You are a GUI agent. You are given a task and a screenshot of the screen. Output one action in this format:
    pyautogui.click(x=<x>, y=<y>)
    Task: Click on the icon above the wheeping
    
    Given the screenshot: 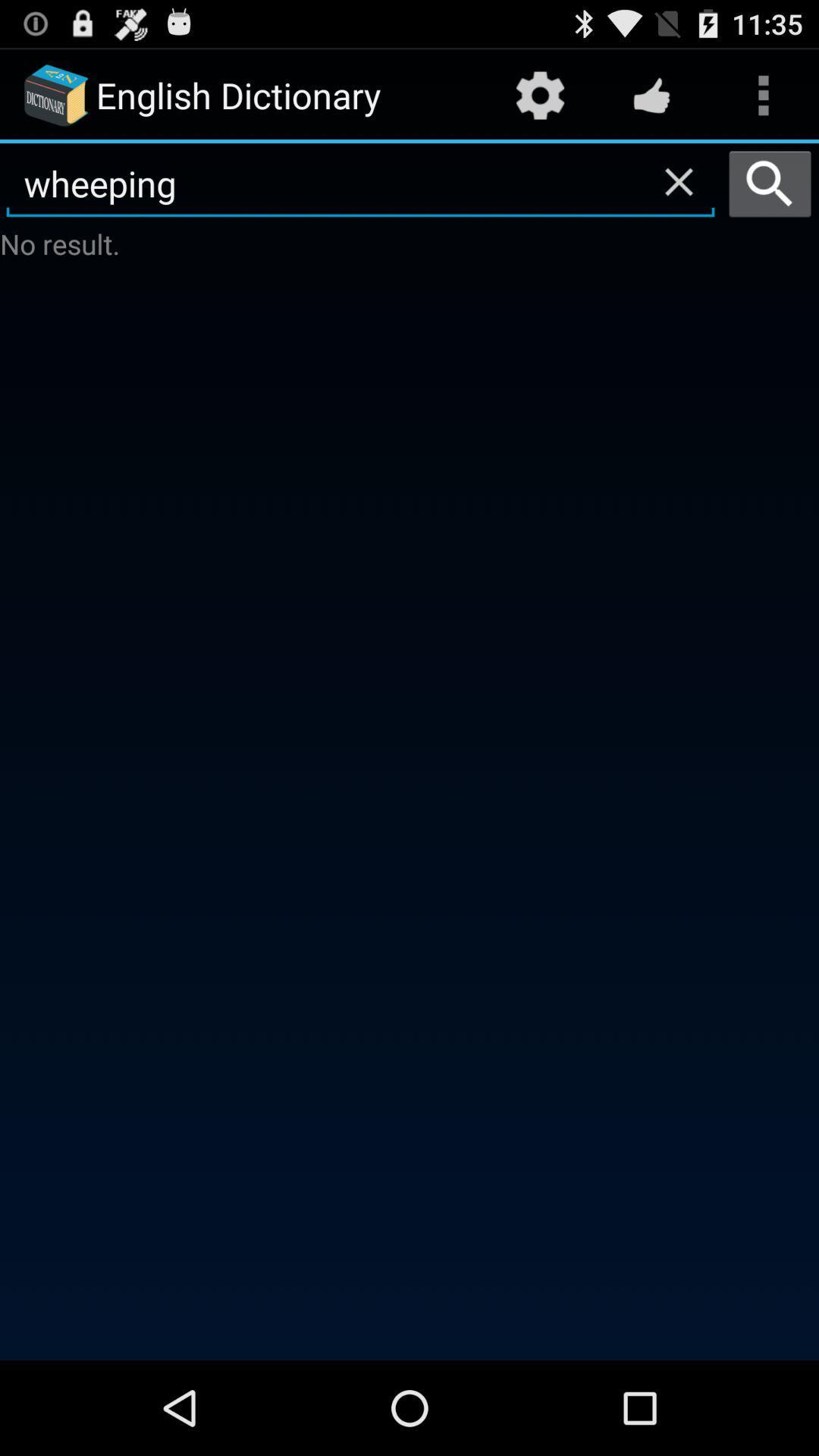 What is the action you would take?
    pyautogui.click(x=651, y=94)
    